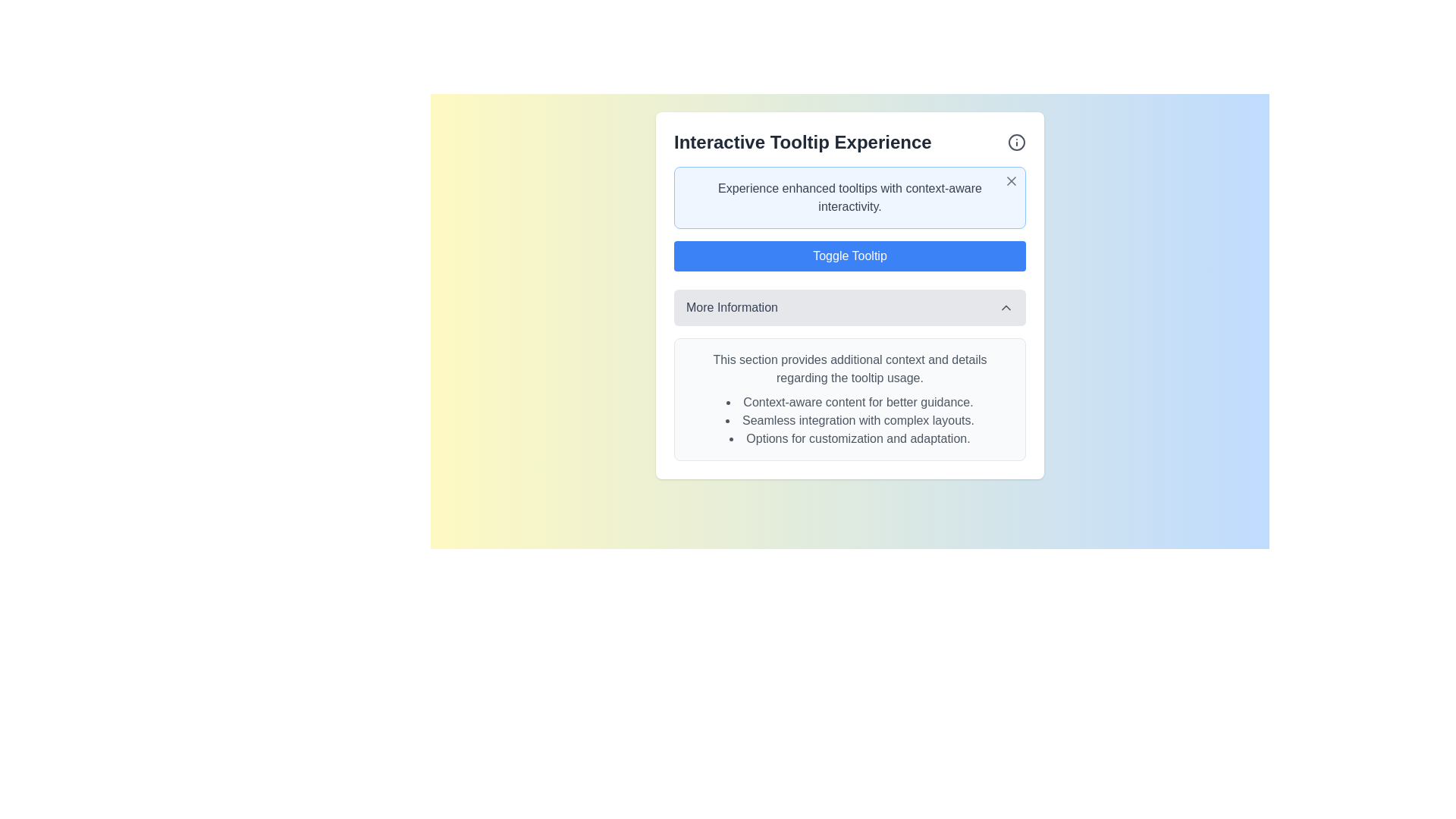  I want to click on the close/exit button located in the upper-right corner of the 'Interactive Tooltip Experience' dialog, so click(1012, 180).